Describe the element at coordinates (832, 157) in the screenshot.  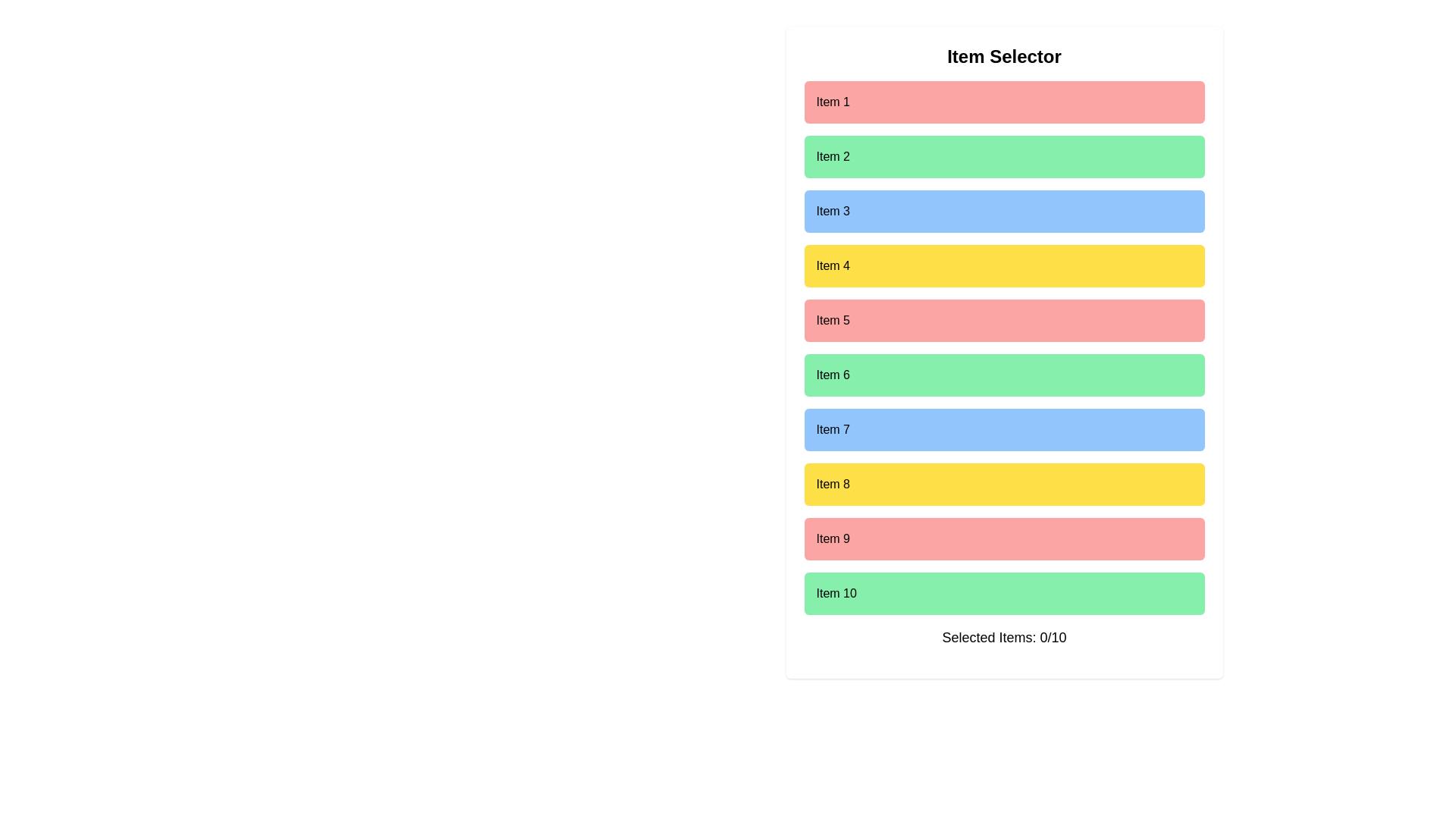
I see `text label 'Item 2' which identifies the second item in the vertical list located centrally in the interface, positioned towards the left side of its green section following the first red section labeled 'Item 1'` at that location.